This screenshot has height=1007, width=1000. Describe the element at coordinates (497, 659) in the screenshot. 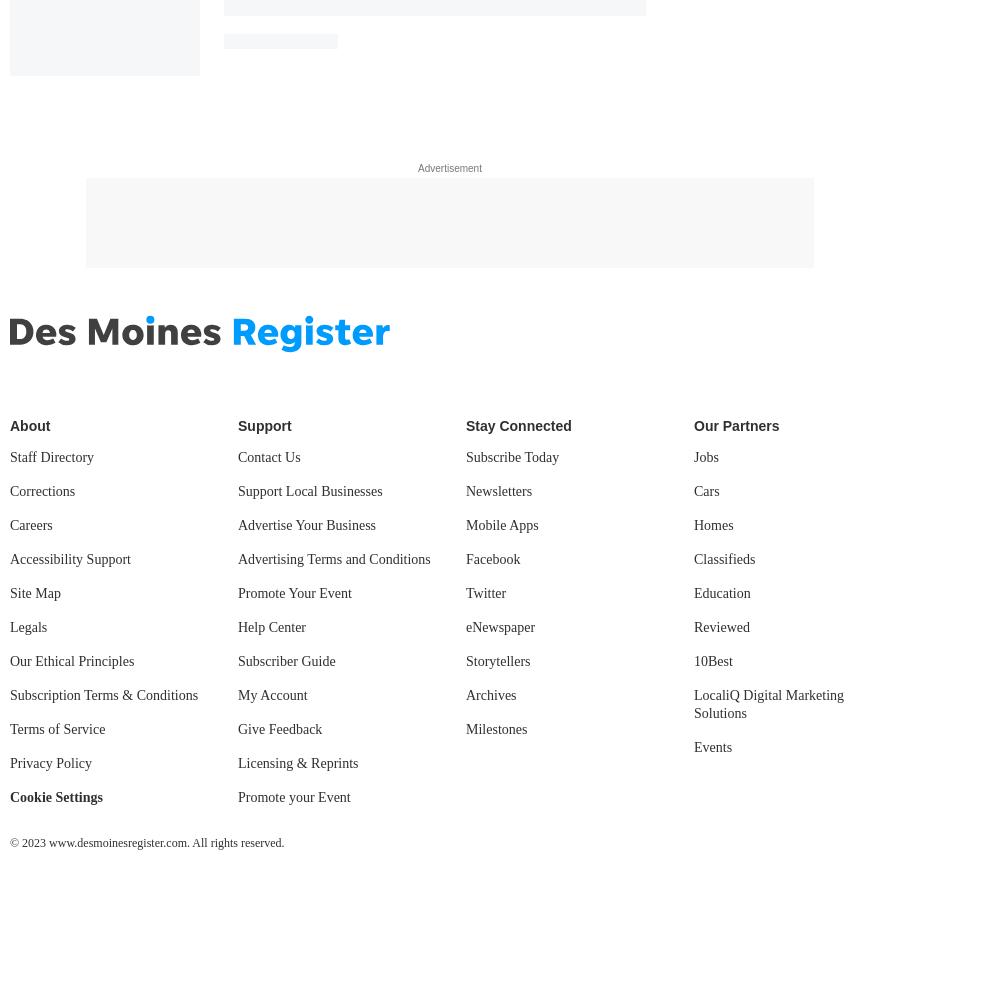

I see `'Storytellers'` at that location.